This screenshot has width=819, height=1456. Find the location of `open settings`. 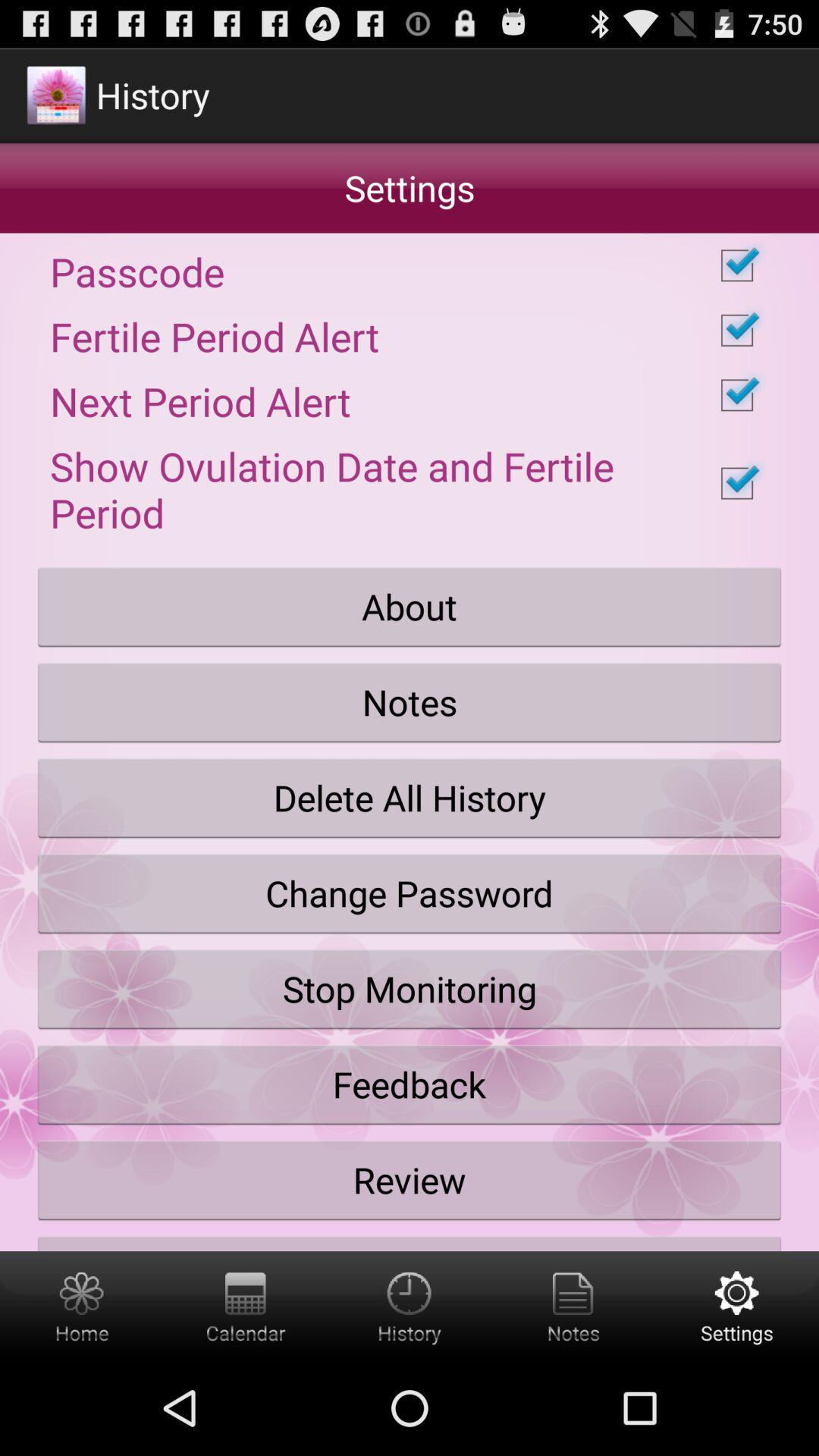

open settings is located at coordinates (736, 1305).